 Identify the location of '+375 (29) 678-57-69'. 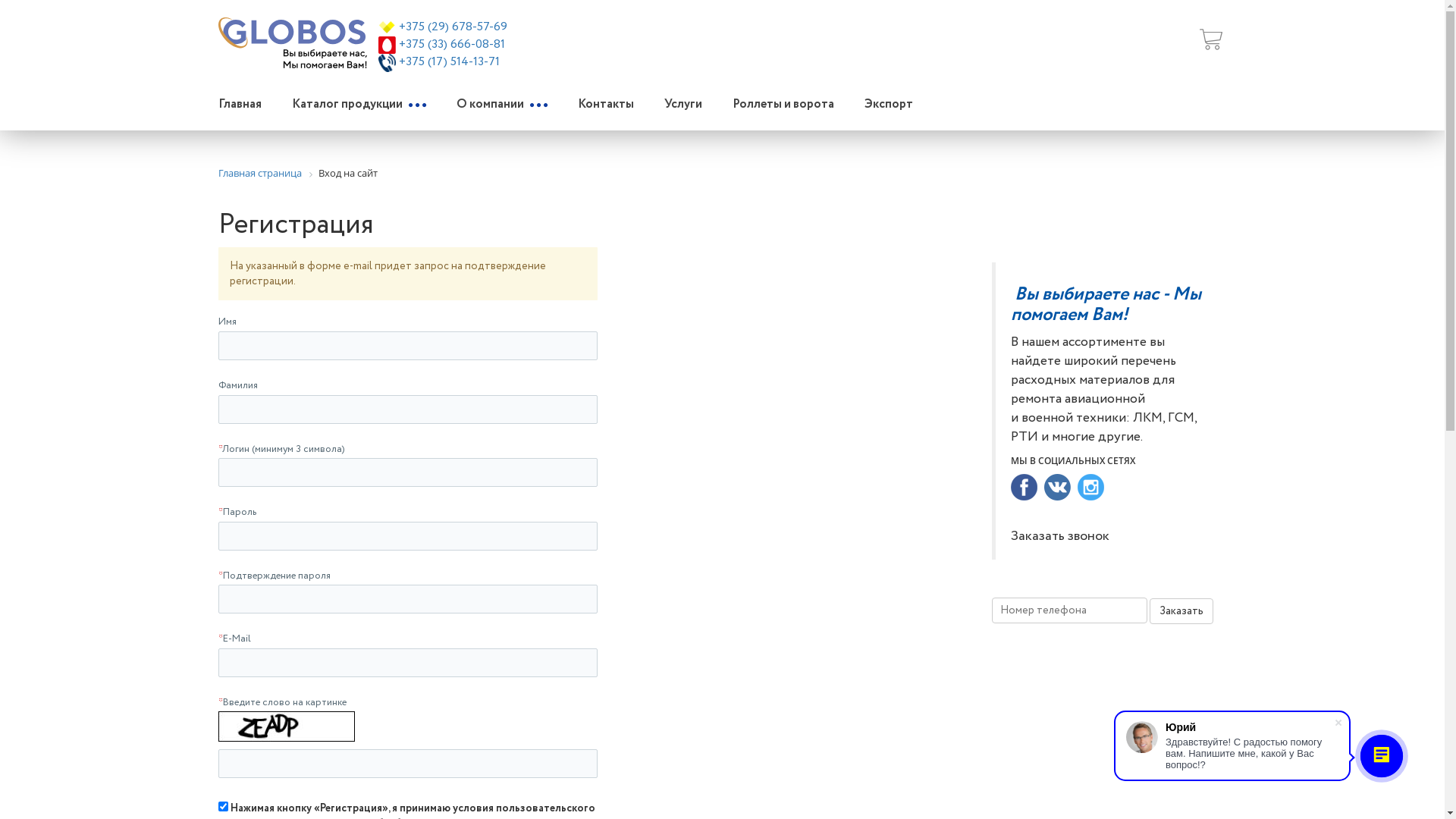
(452, 27).